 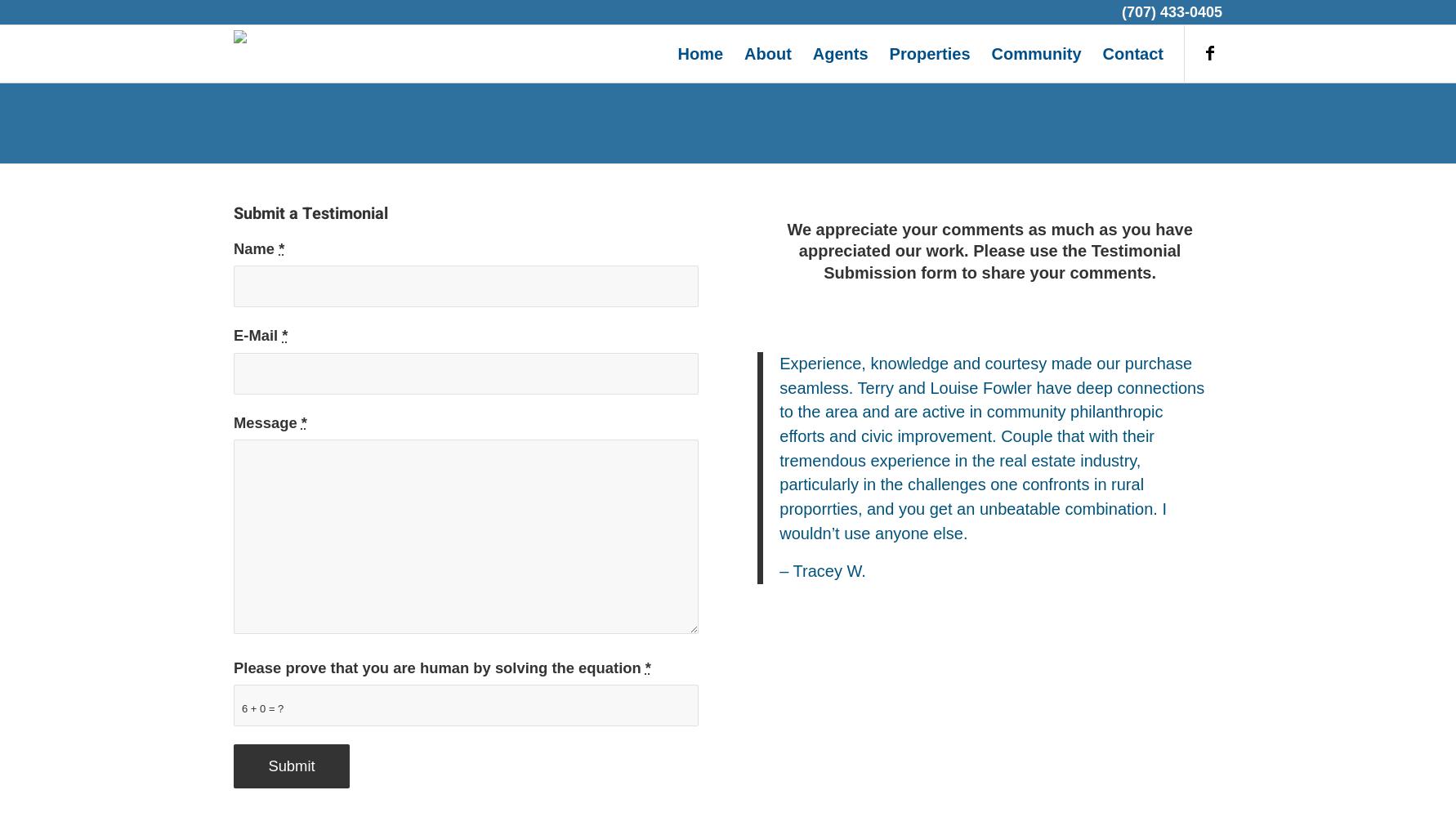 What do you see at coordinates (240, 707) in the screenshot?
I see `'6 + 0 = ?'` at bounding box center [240, 707].